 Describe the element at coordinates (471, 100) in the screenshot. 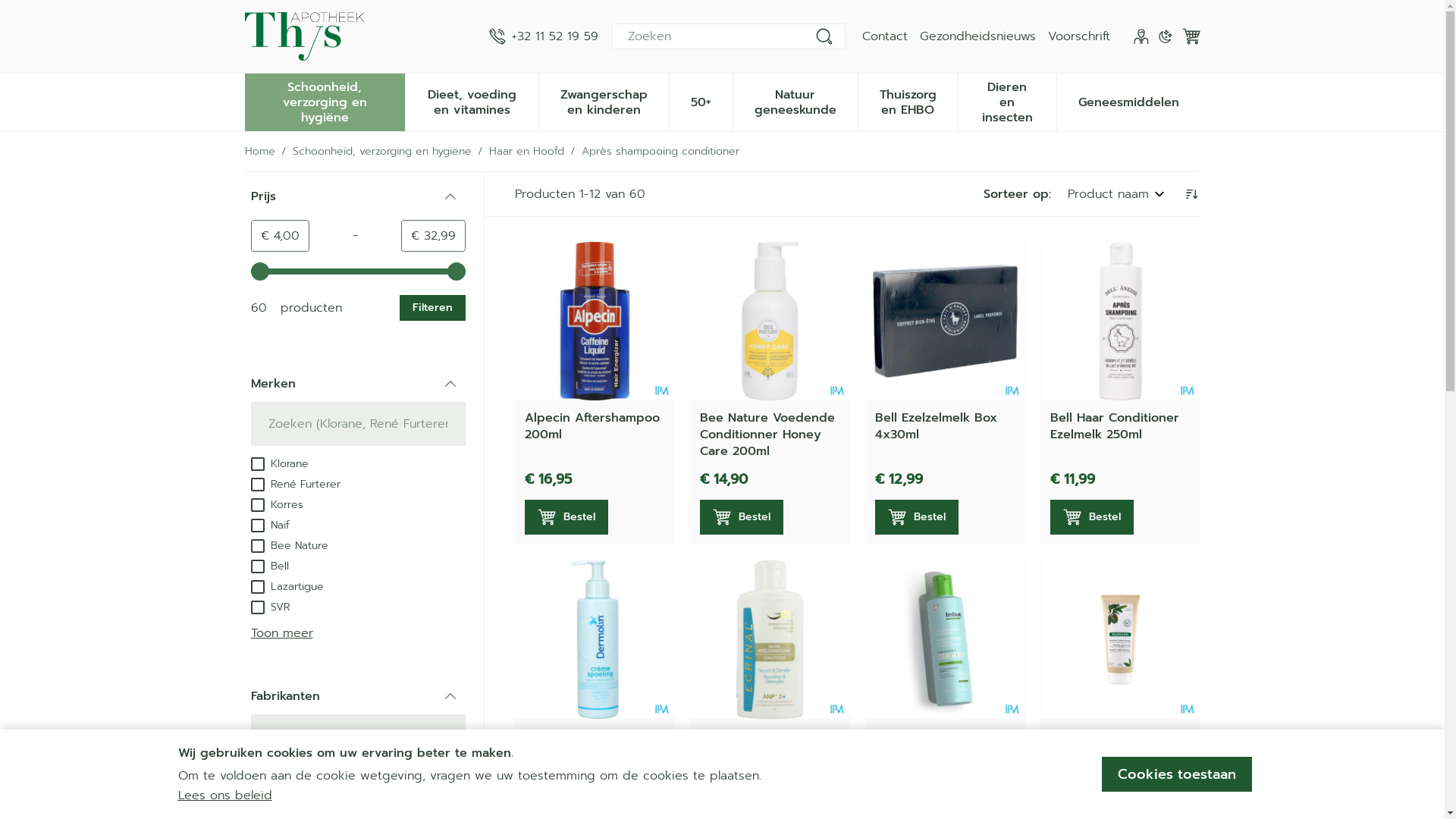

I see `'Dieet, voeding en vitamines'` at that location.